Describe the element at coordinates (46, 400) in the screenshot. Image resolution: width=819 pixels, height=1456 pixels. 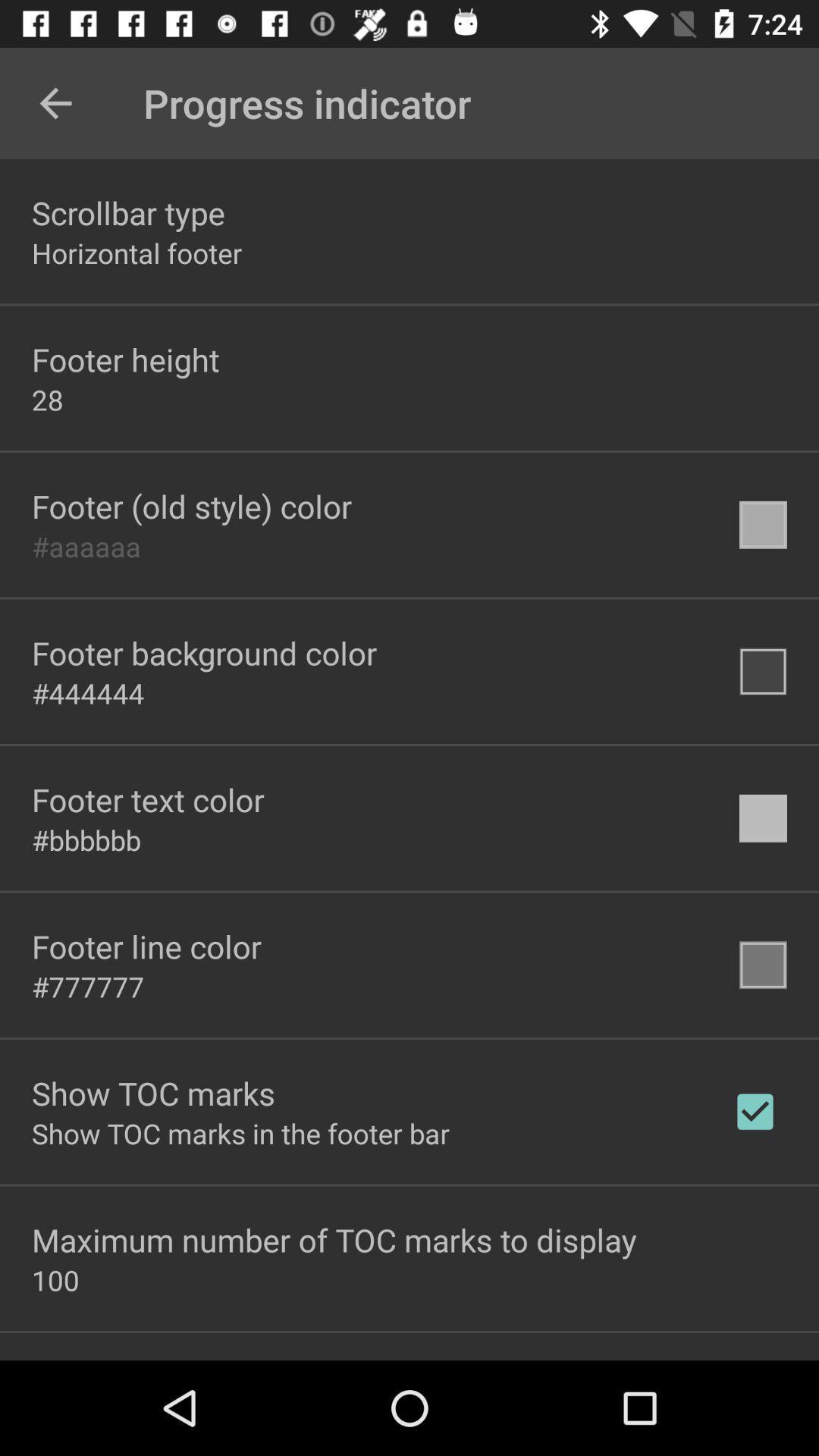
I see `item above footer old style` at that location.